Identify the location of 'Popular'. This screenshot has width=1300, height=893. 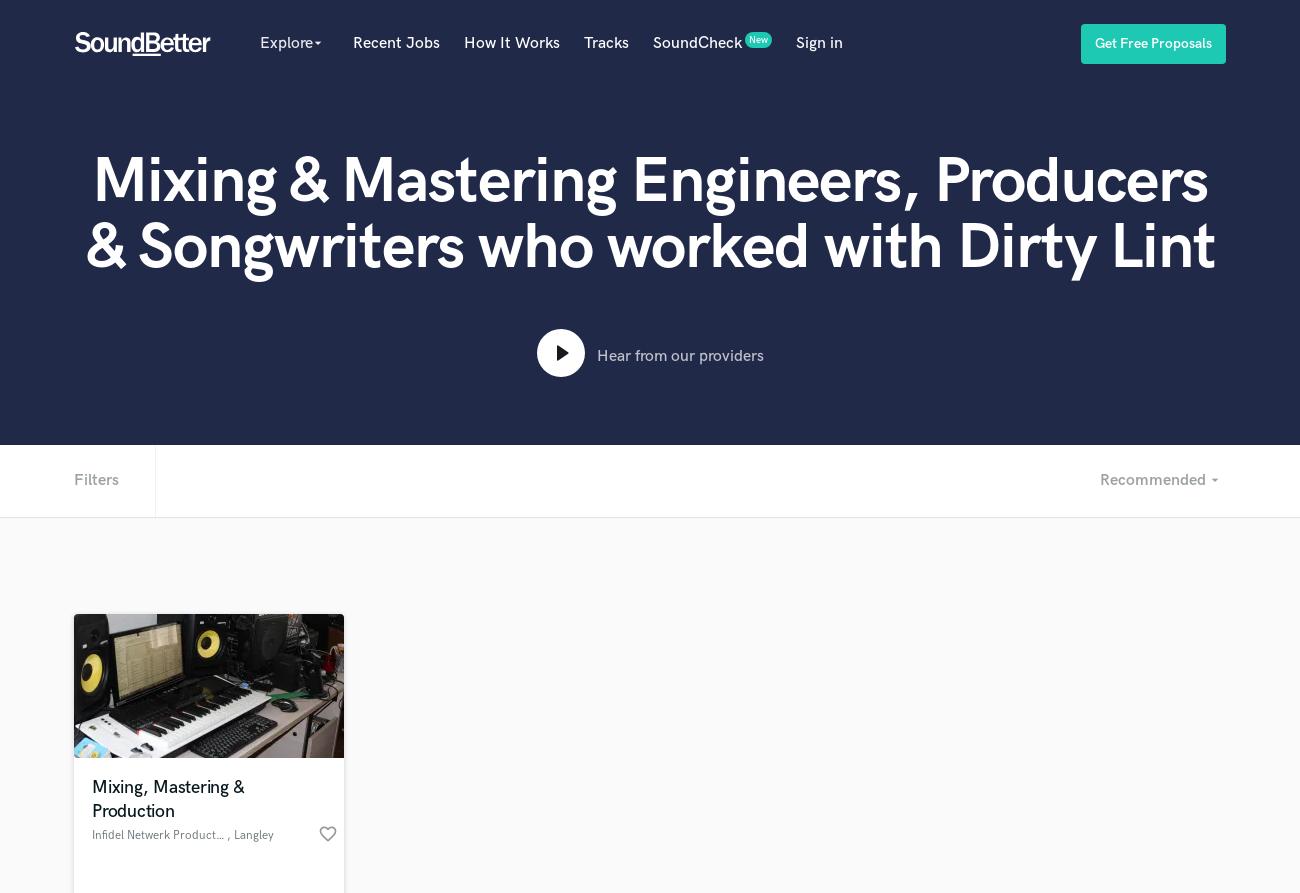
(303, 83).